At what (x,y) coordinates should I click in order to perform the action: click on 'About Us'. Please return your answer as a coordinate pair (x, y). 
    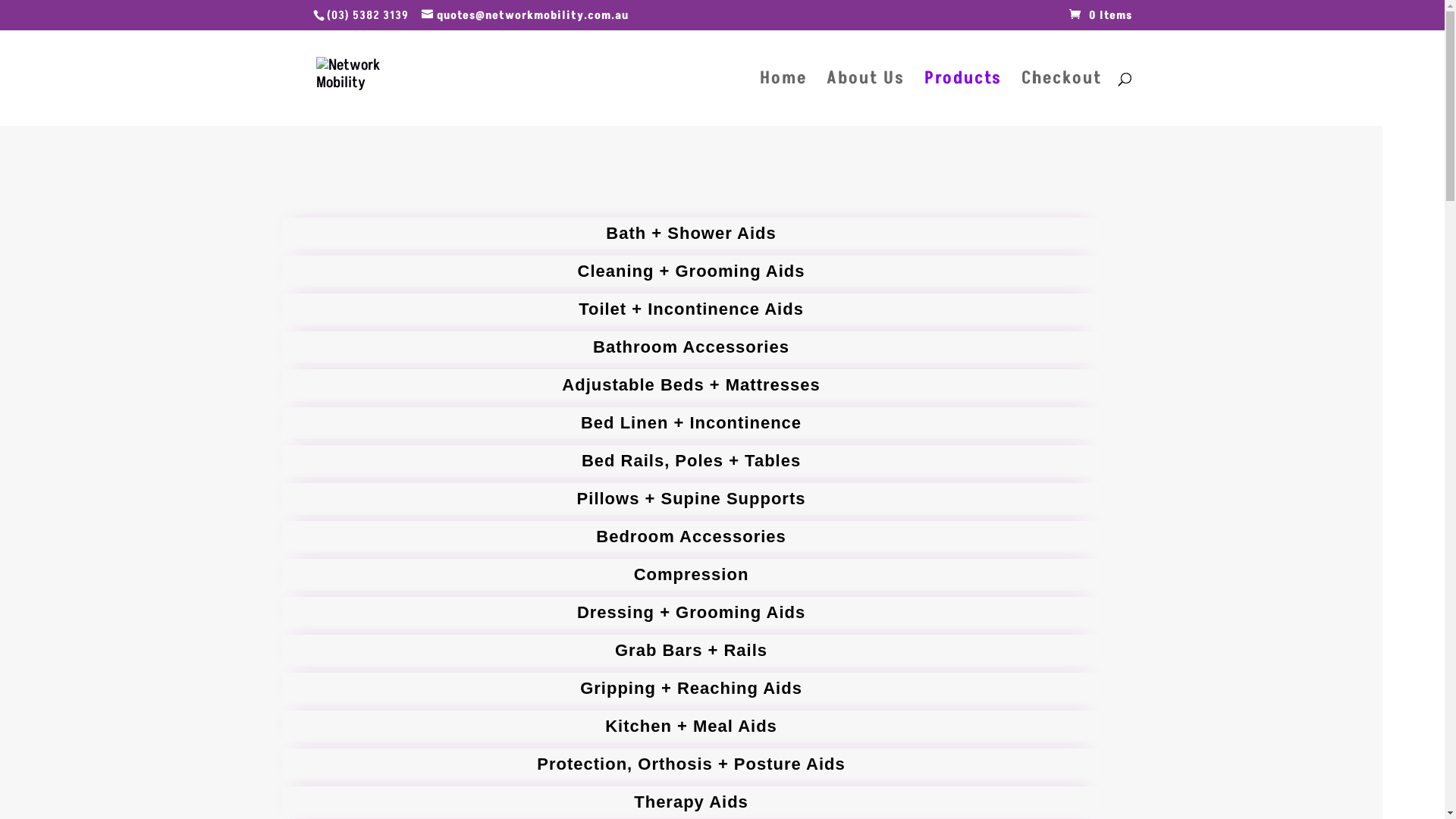
    Looking at the image, I should click on (865, 99).